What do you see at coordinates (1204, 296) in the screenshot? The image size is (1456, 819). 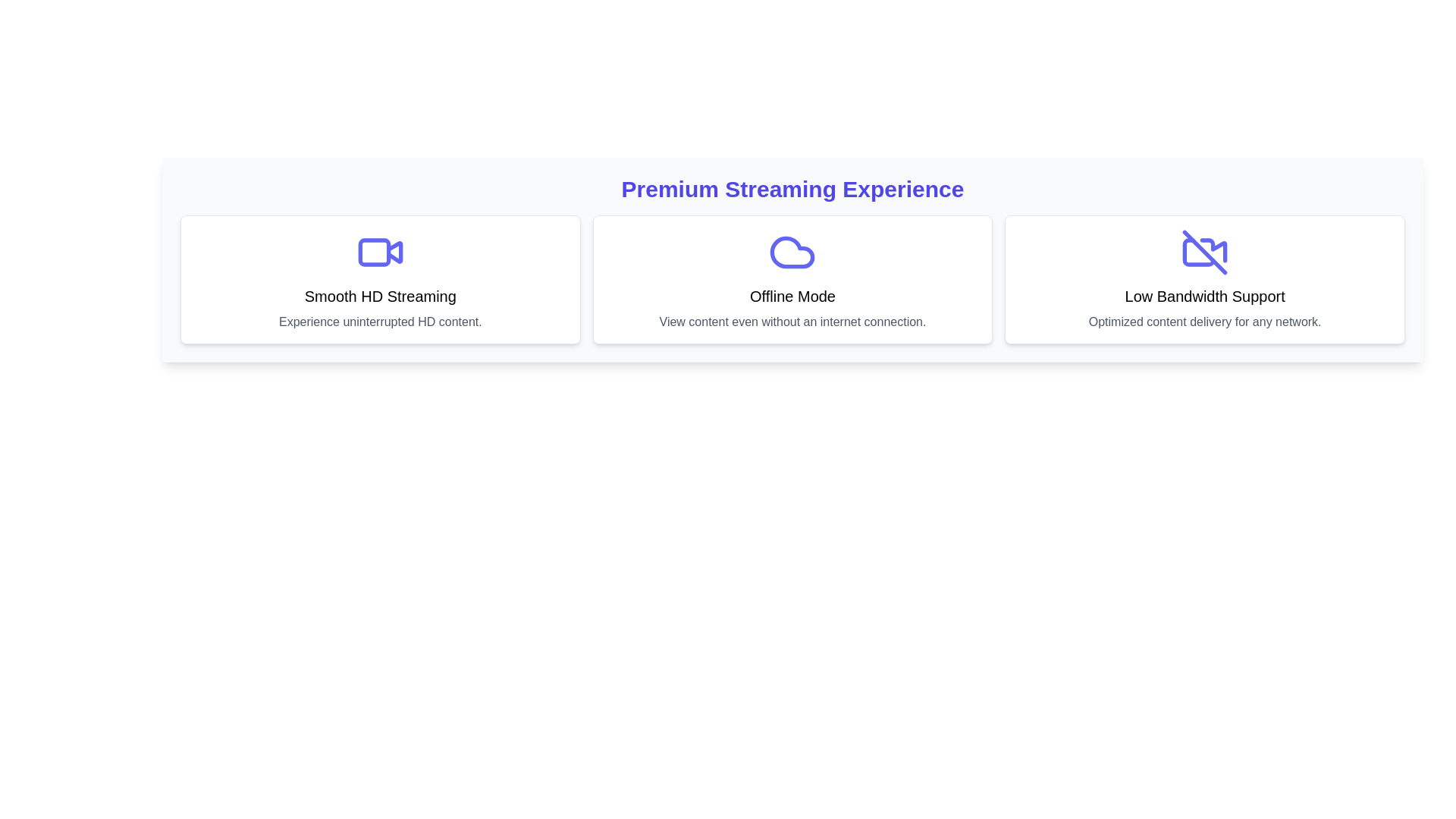 I see `the static text label 'Low Bandwidth Support' which is styled with a larger font and located in the third card on the rightmost side, beneath a crossed-out video camera icon` at bounding box center [1204, 296].